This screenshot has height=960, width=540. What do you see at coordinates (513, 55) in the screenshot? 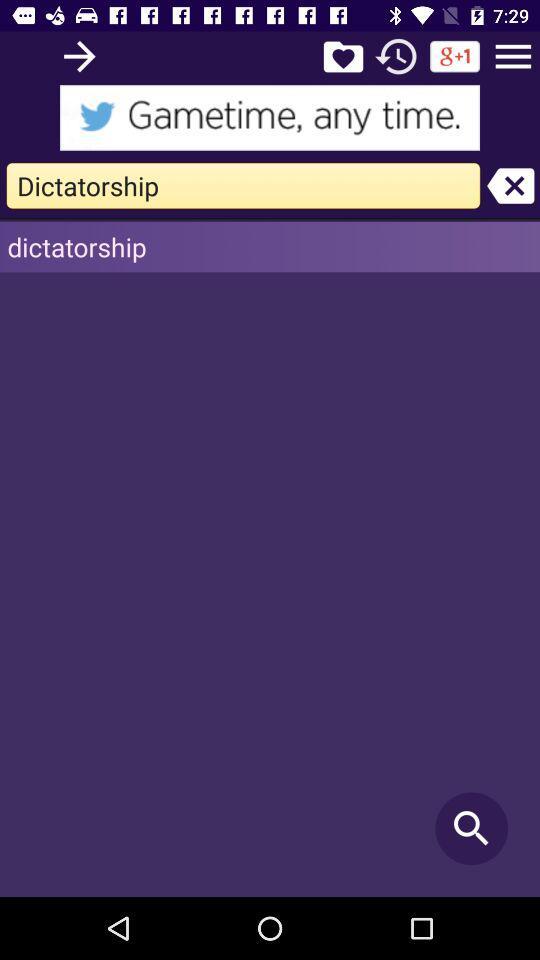
I see `see menu items` at bounding box center [513, 55].